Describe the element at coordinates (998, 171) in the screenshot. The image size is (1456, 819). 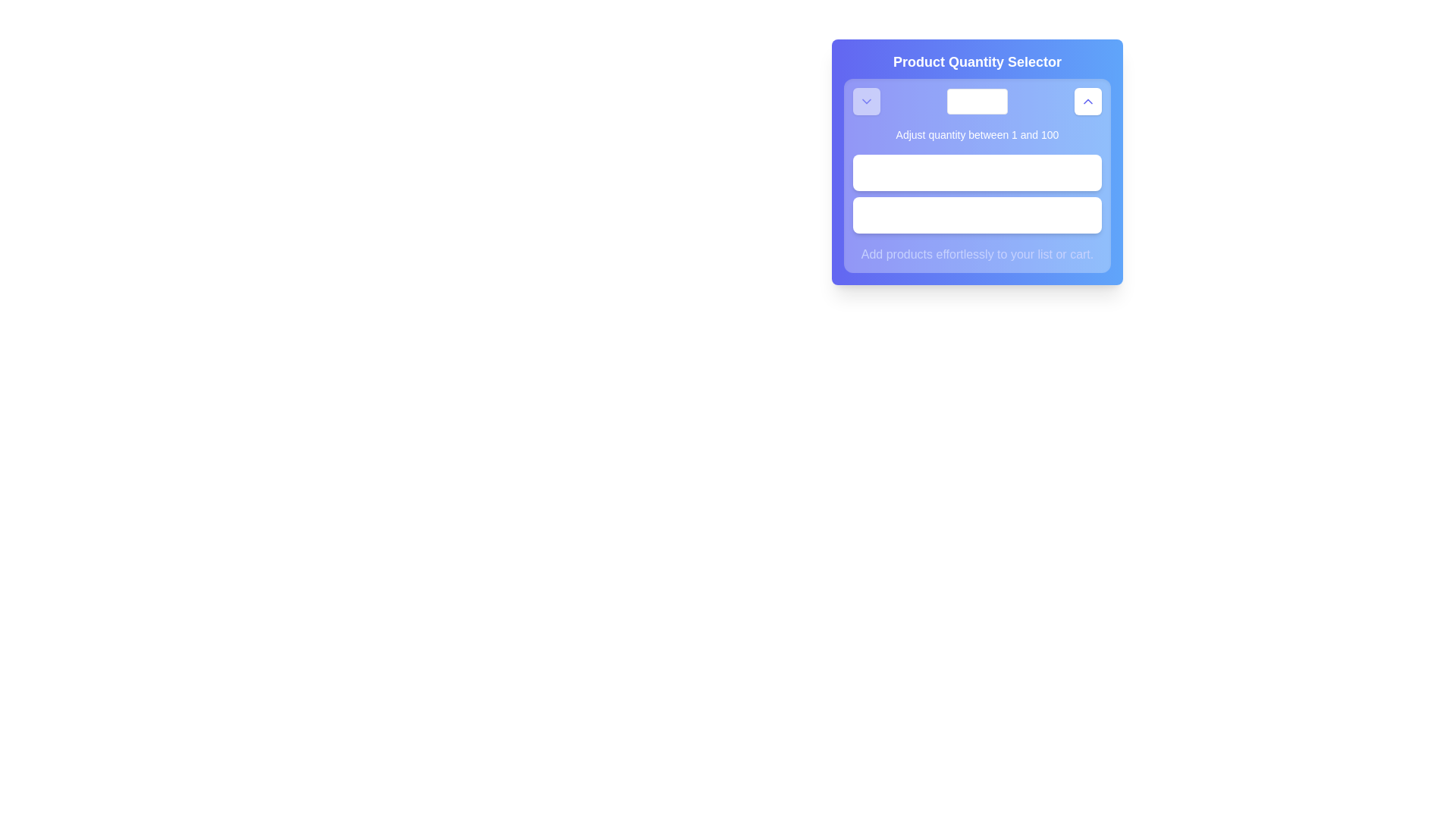
I see `the quantity` at that location.